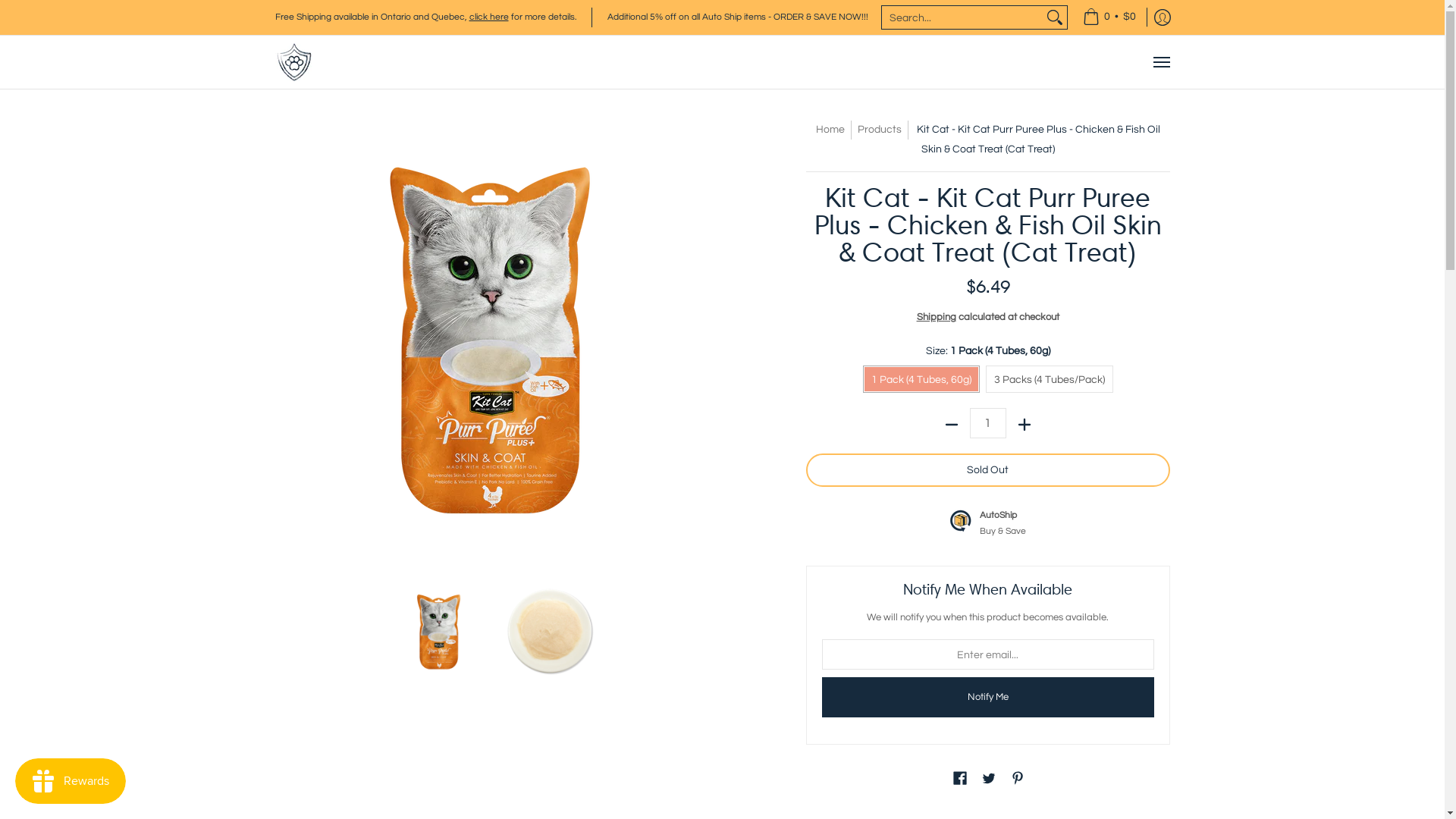 Image resolution: width=1456 pixels, height=819 pixels. Describe the element at coordinates (935, 316) in the screenshot. I see `'Shipping'` at that location.